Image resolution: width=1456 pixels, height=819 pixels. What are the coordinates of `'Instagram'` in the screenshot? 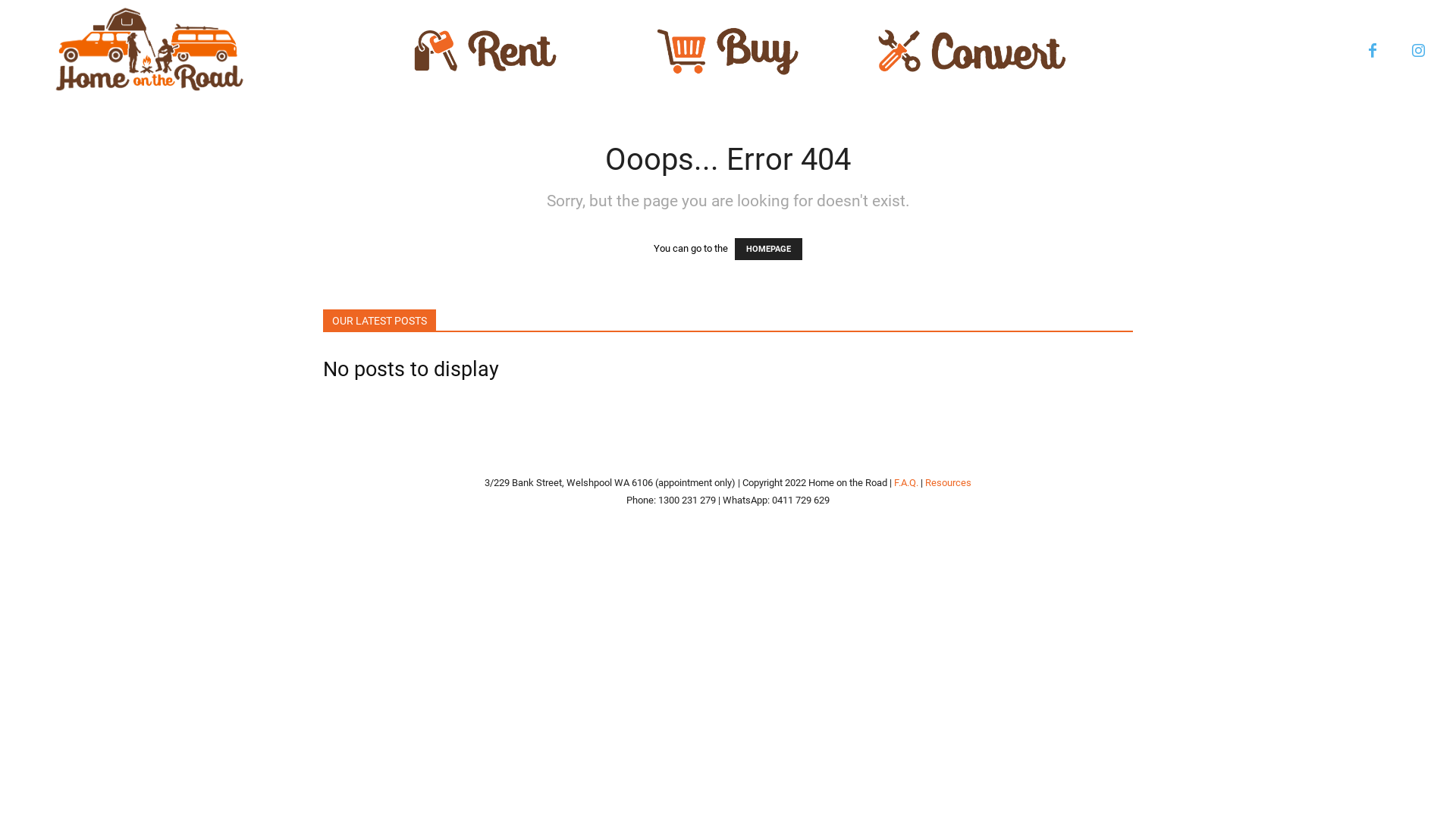 It's located at (1417, 51).